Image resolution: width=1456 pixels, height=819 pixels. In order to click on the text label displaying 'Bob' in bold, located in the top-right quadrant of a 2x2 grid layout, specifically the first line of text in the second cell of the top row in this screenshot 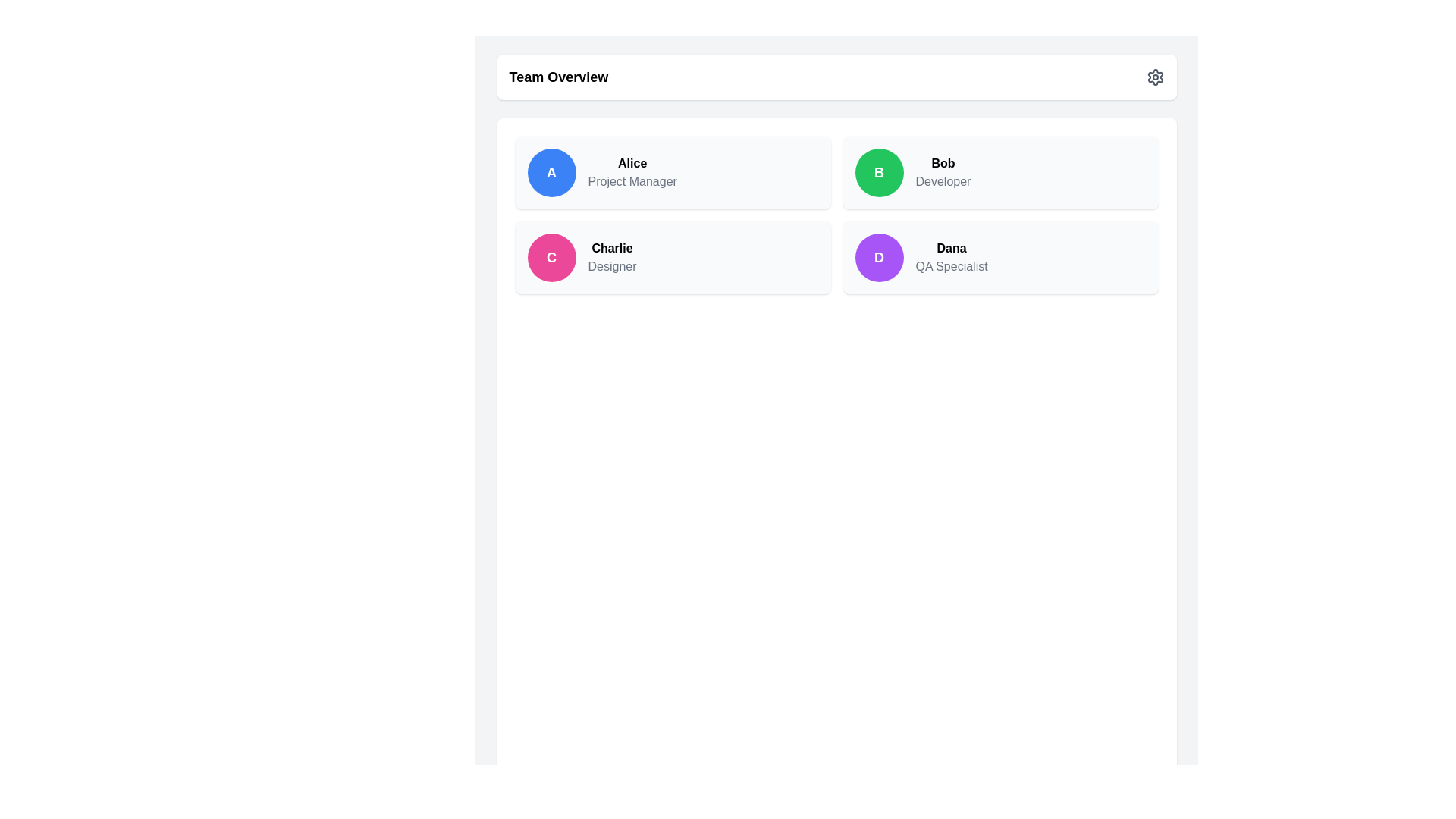, I will do `click(942, 164)`.